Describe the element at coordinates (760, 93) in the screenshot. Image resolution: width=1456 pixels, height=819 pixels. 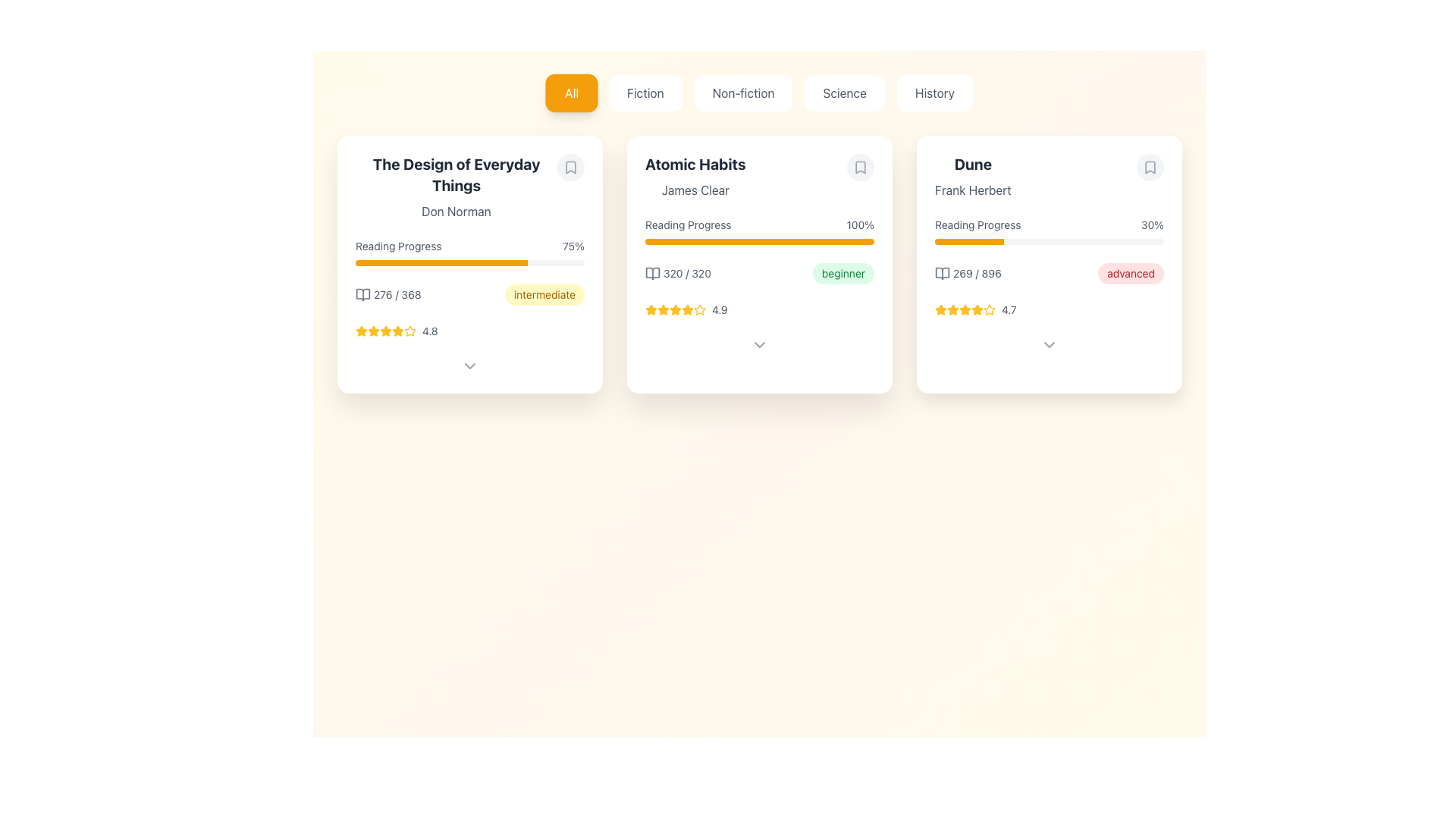
I see `the 'Non-fiction' category selector button, which is the third tab in a row of five tabs labeled 'All', 'Fiction', 'Non-fiction', 'Science', and 'History'` at that location.